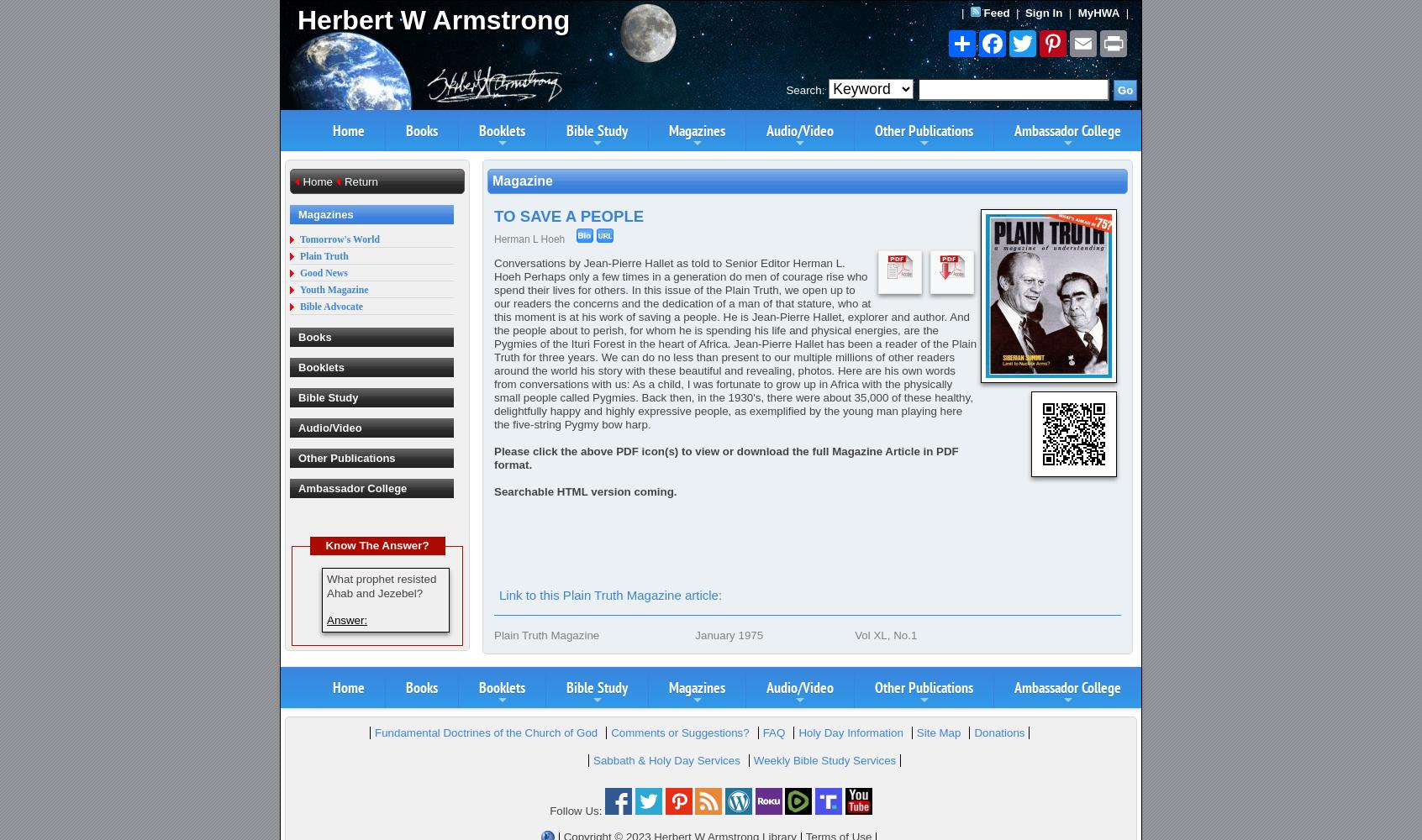 The image size is (1422, 840). What do you see at coordinates (805, 89) in the screenshot?
I see `'Search:'` at bounding box center [805, 89].